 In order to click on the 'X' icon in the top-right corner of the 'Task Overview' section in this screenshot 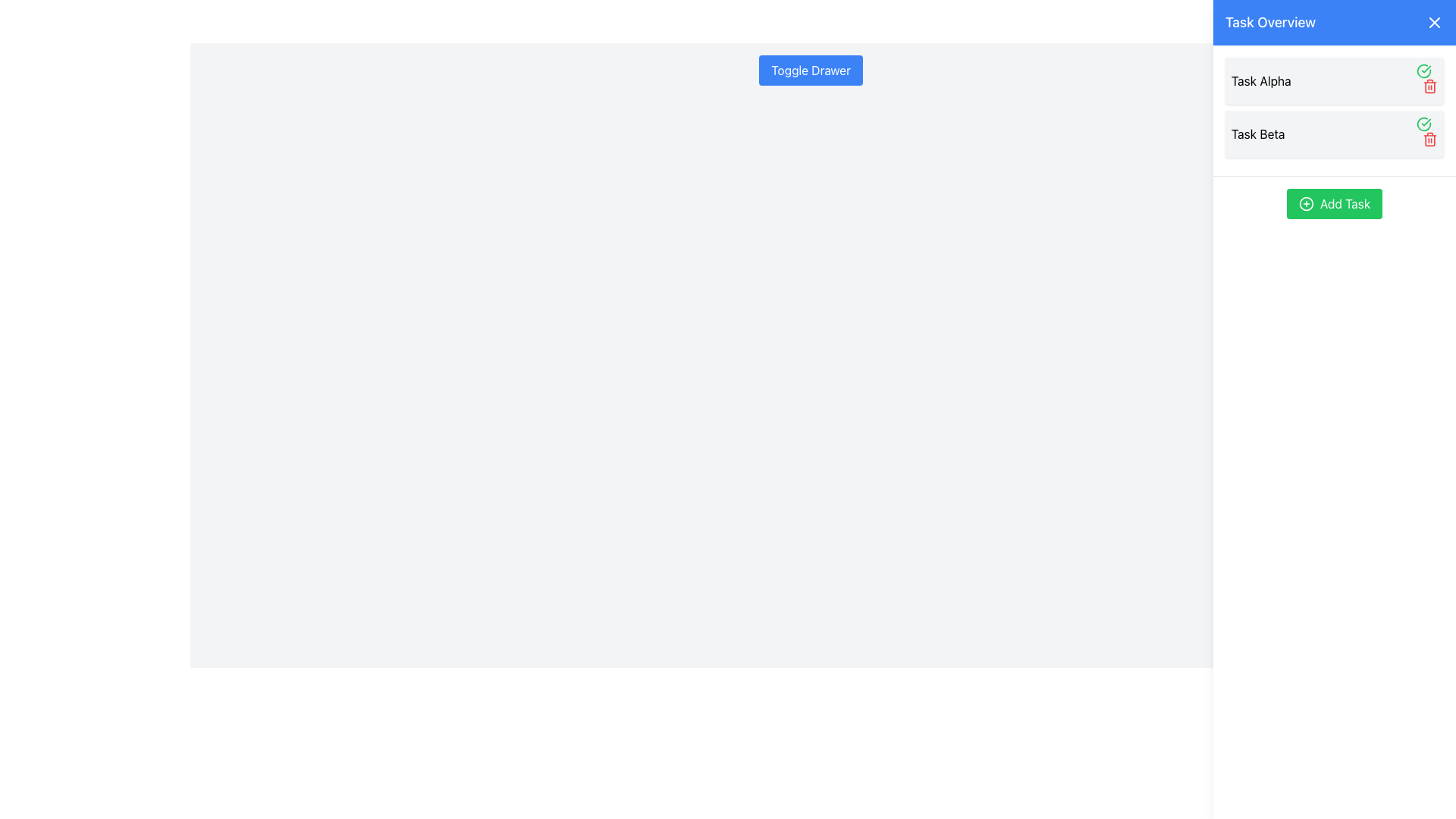, I will do `click(1433, 23)`.